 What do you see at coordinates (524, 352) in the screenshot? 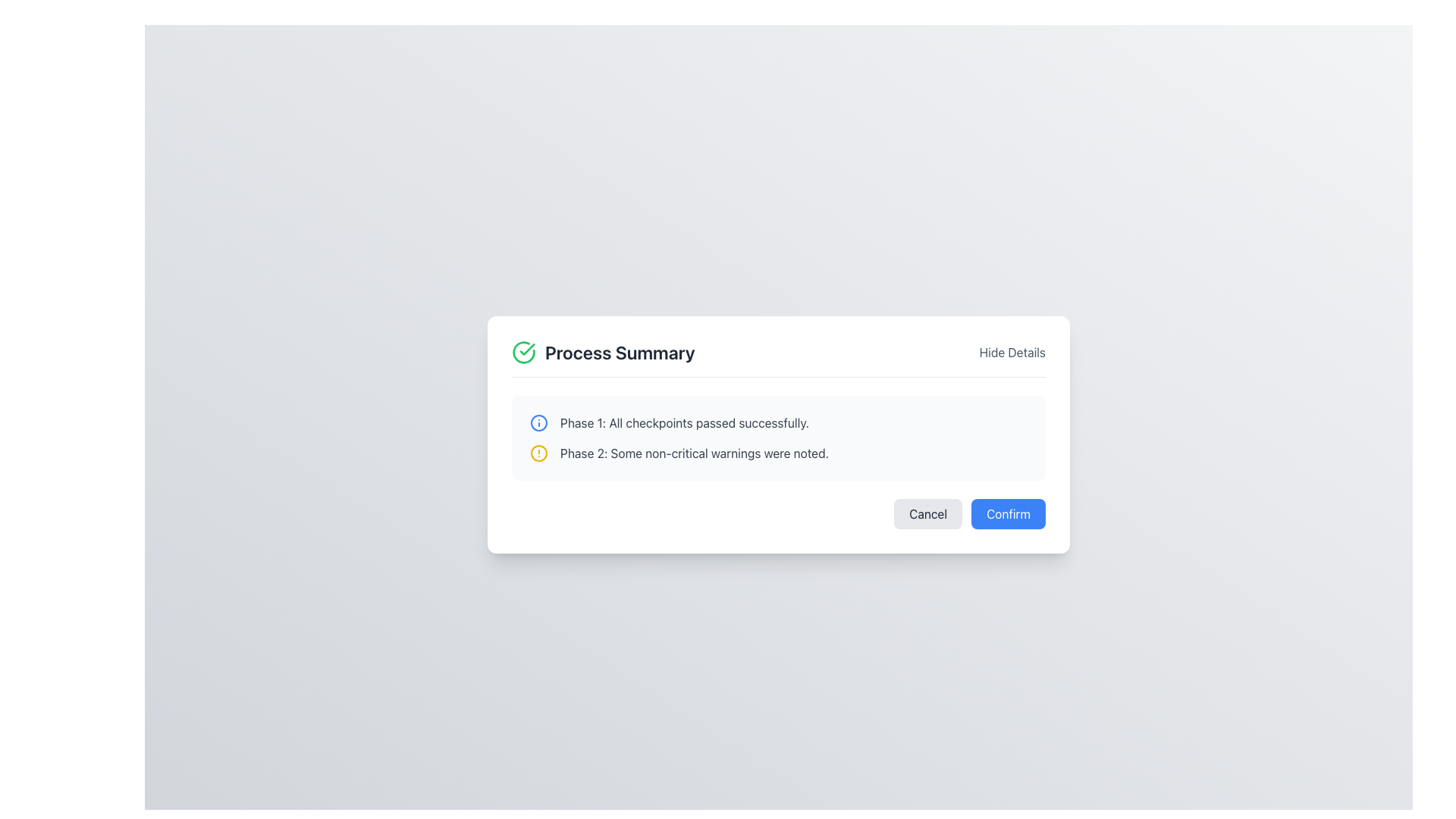
I see `the success icon located to the immediate left of the 'Process Summary' text, indicating completion or approval` at bounding box center [524, 352].